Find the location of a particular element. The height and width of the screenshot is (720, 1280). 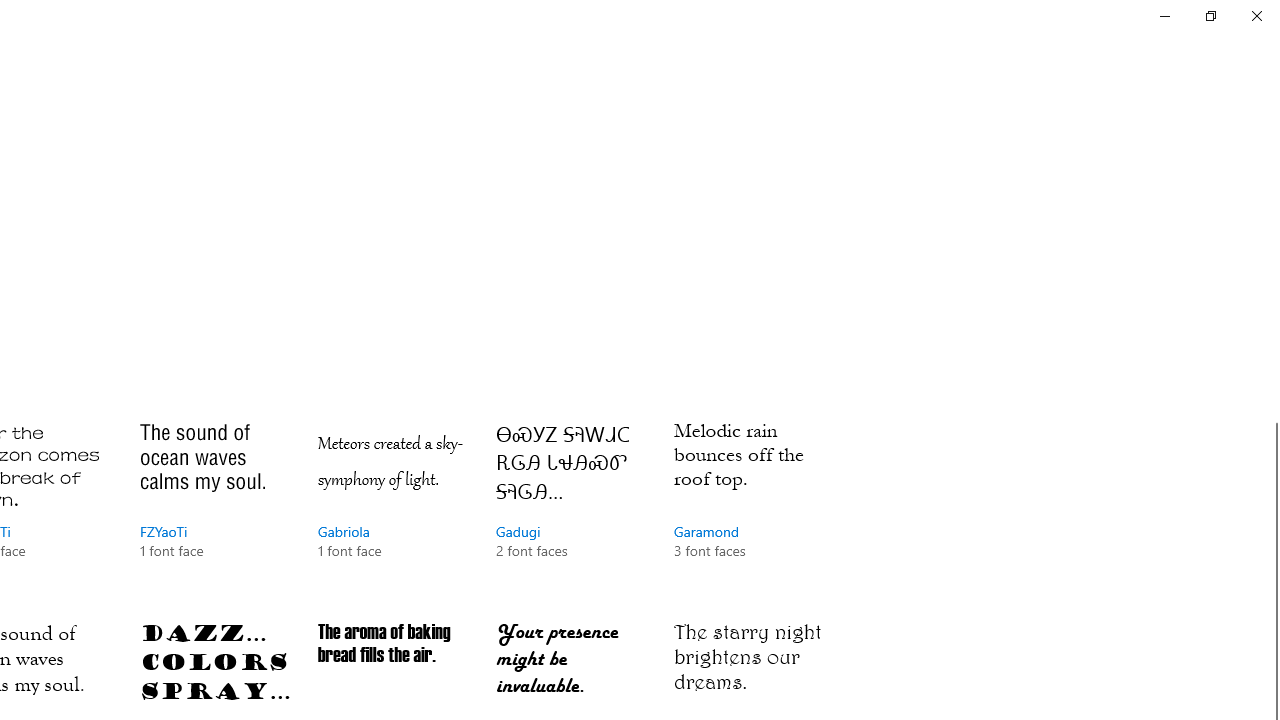

'Close Settings' is located at coordinates (1255, 15).